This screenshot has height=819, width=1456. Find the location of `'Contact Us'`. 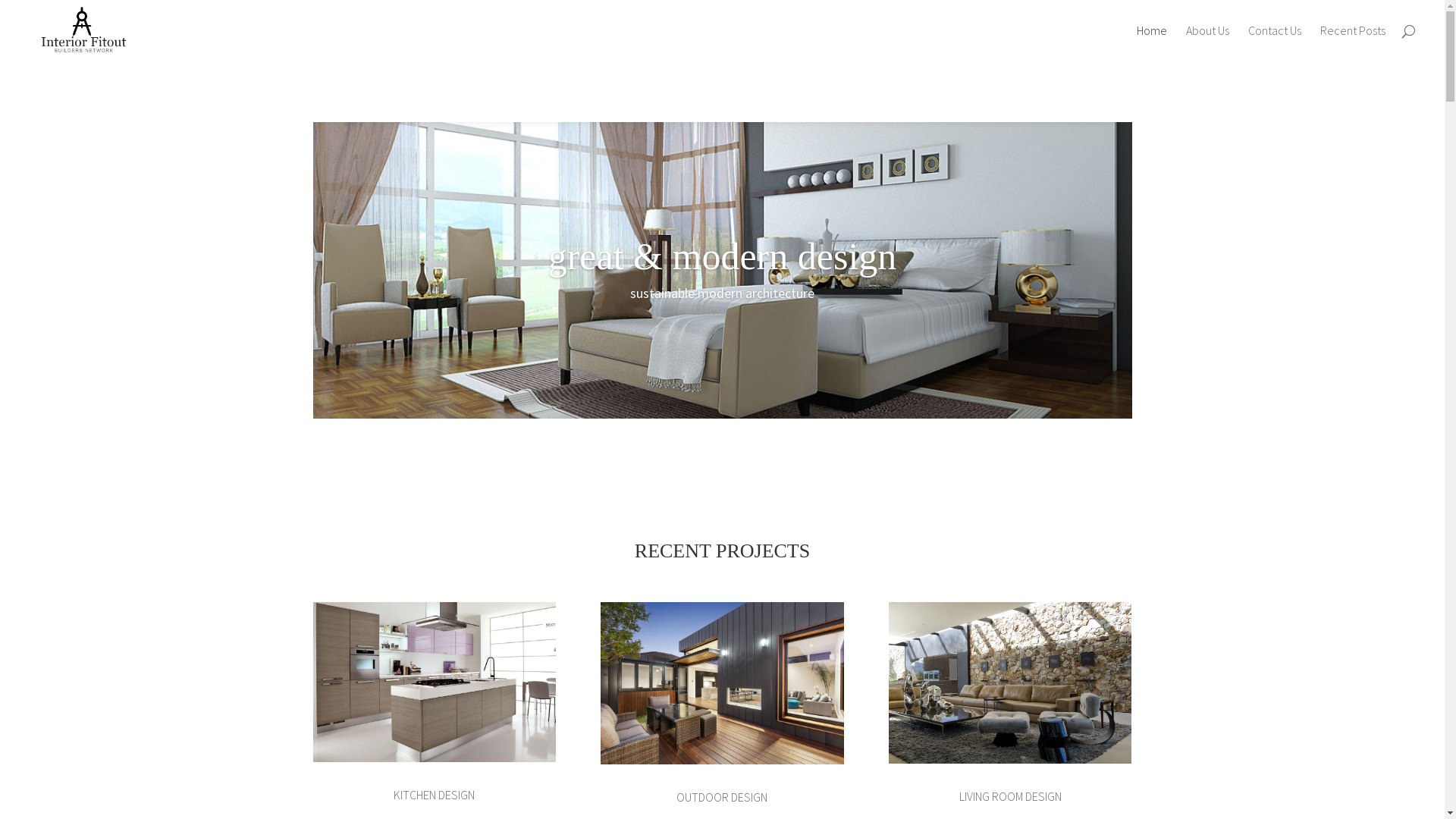

'Contact Us' is located at coordinates (1274, 42).